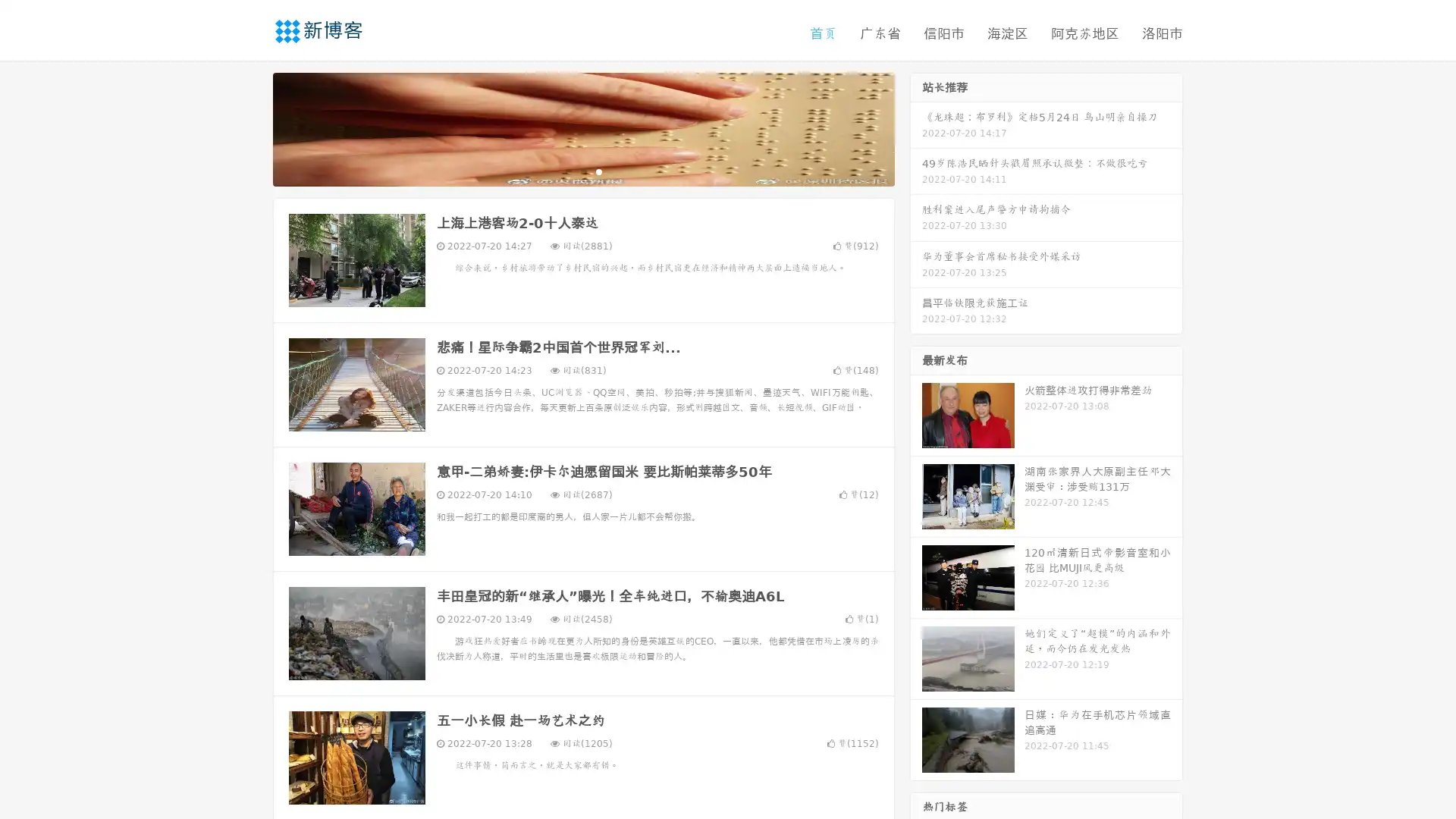 The image size is (1456, 819). Describe the element at coordinates (582, 171) in the screenshot. I see `Go to slide 2` at that location.